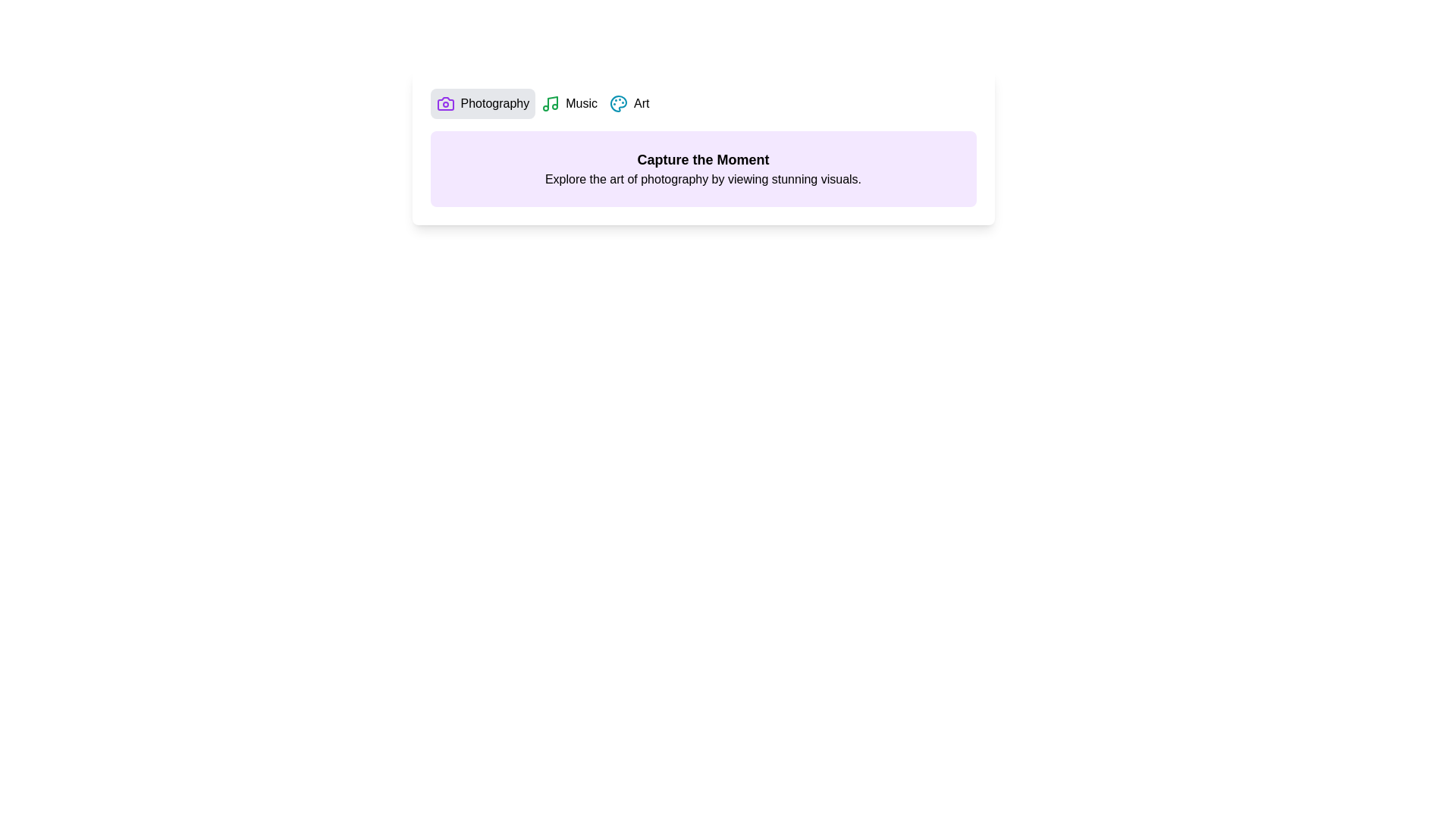 Image resolution: width=1456 pixels, height=819 pixels. I want to click on the Art tab by clicking on the corresponding button, so click(629, 103).